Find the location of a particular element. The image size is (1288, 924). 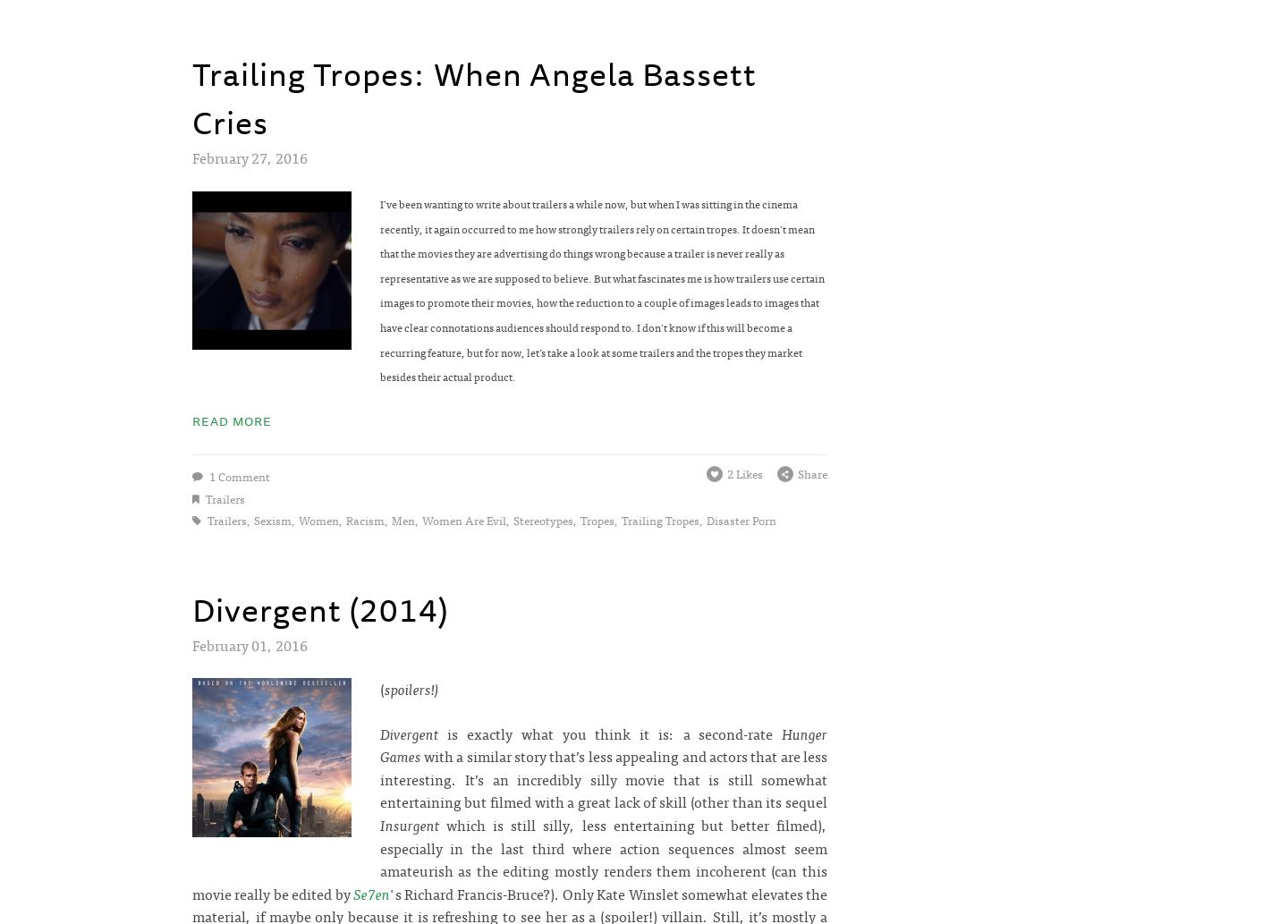

'Divergent (2014)' is located at coordinates (320, 607).